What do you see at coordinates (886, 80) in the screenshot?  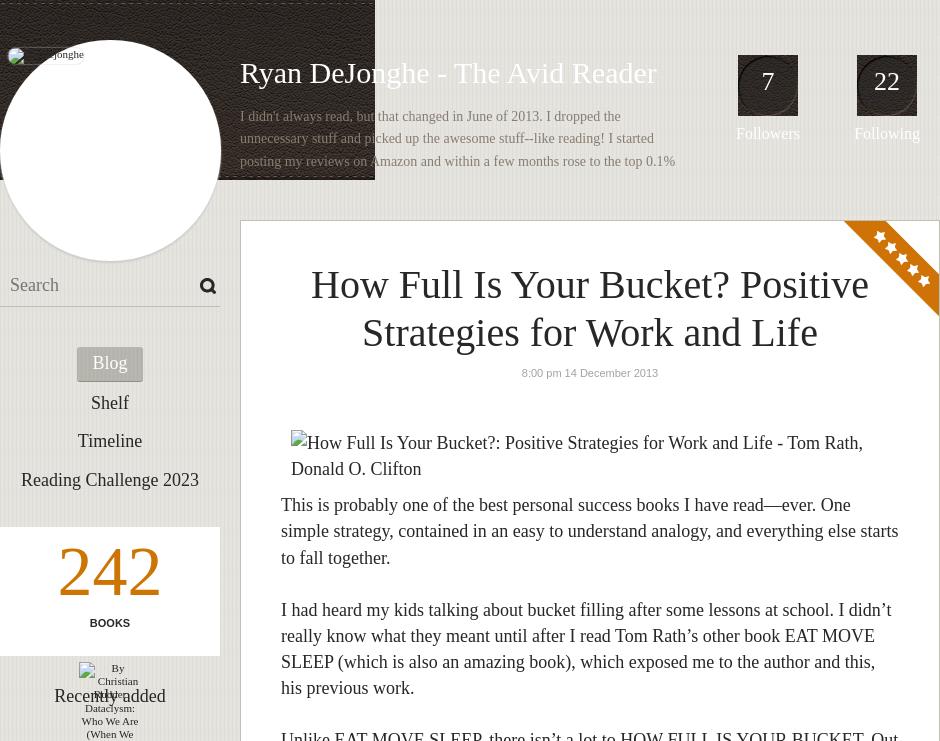 I see `'22'` at bounding box center [886, 80].